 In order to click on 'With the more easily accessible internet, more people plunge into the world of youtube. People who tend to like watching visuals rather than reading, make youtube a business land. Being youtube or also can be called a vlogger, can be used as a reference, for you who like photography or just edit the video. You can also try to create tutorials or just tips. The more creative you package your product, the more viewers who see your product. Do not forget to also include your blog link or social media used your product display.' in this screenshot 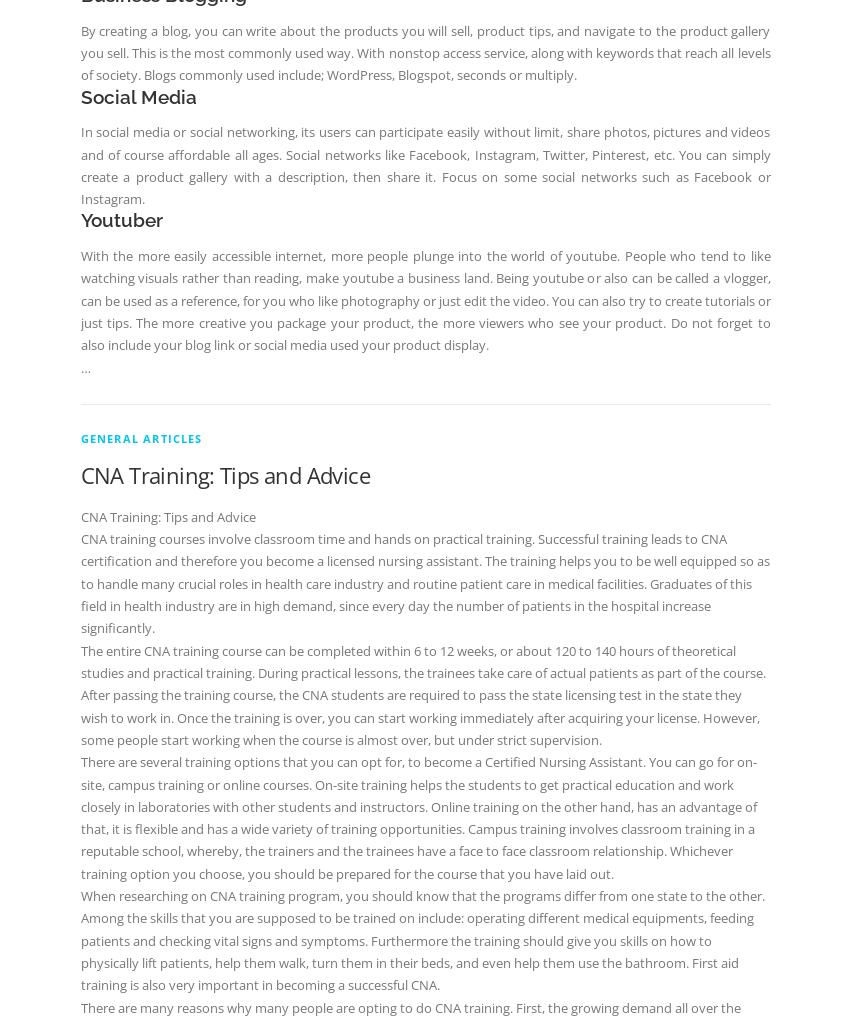, I will do `click(423, 299)`.